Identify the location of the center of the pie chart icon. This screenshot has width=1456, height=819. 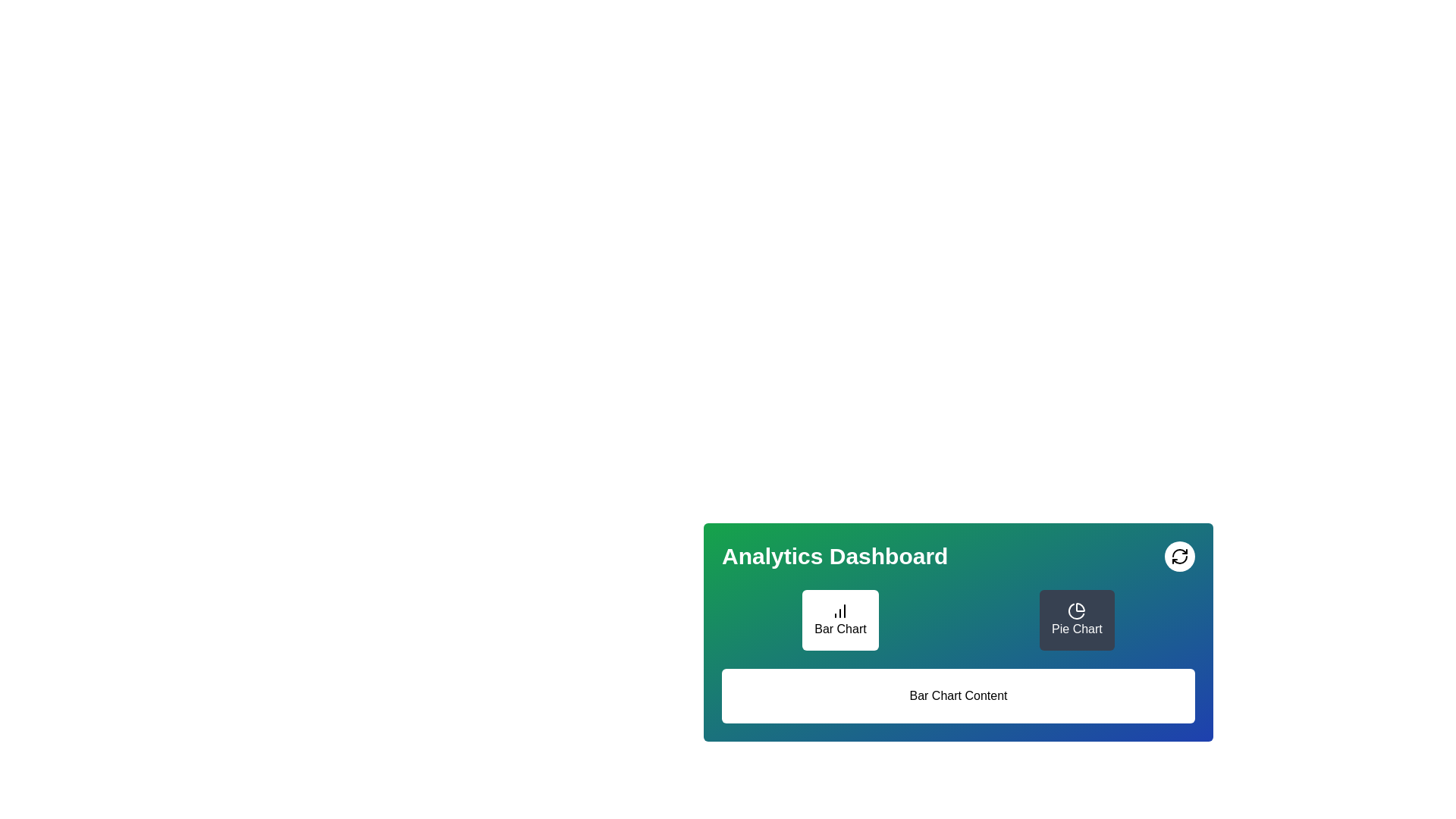
(1076, 610).